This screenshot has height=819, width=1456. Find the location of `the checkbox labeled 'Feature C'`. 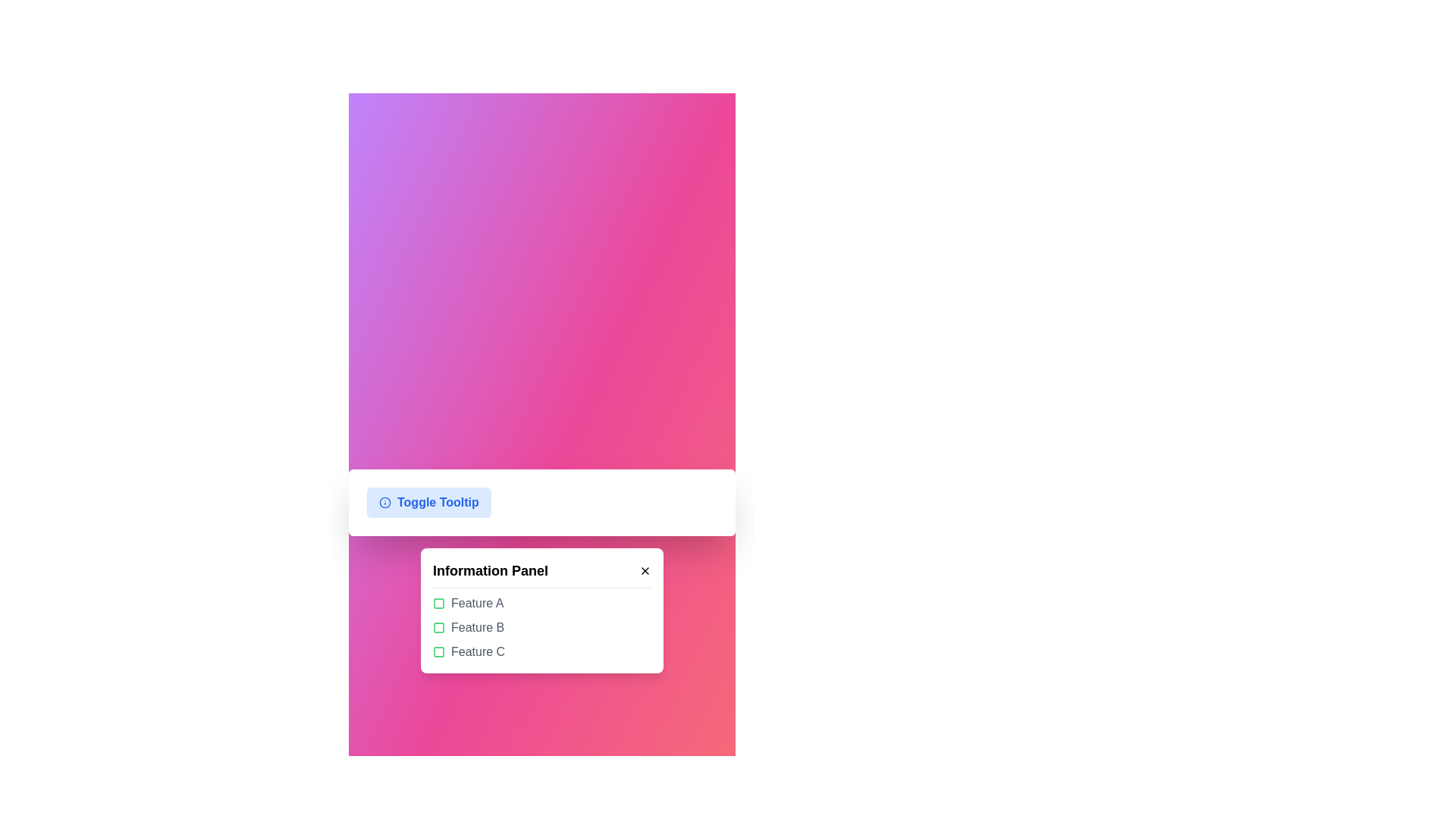

the checkbox labeled 'Feature C' is located at coordinates (542, 651).